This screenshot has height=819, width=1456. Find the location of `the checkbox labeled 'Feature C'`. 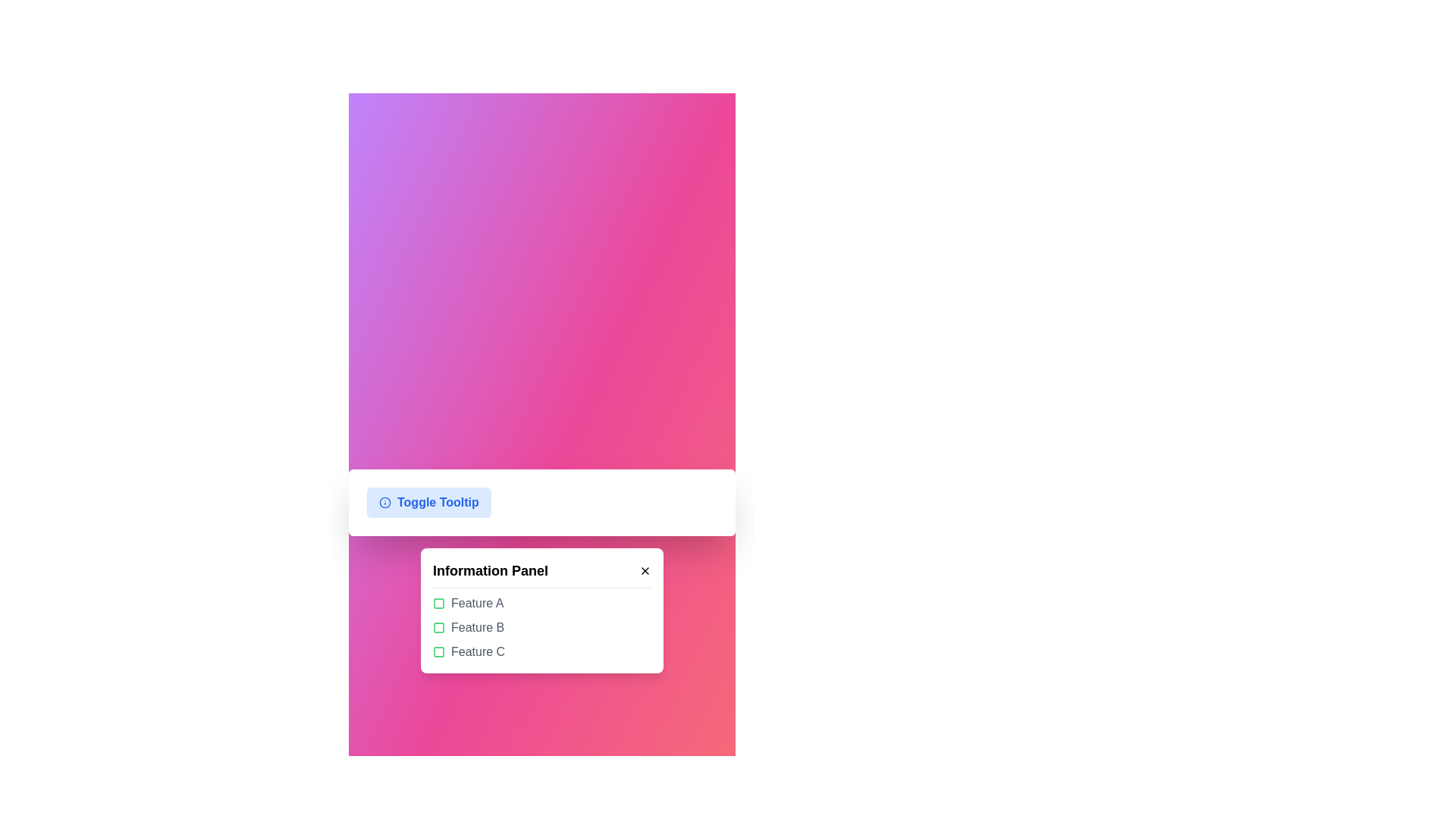

the checkbox labeled 'Feature C' is located at coordinates (542, 651).